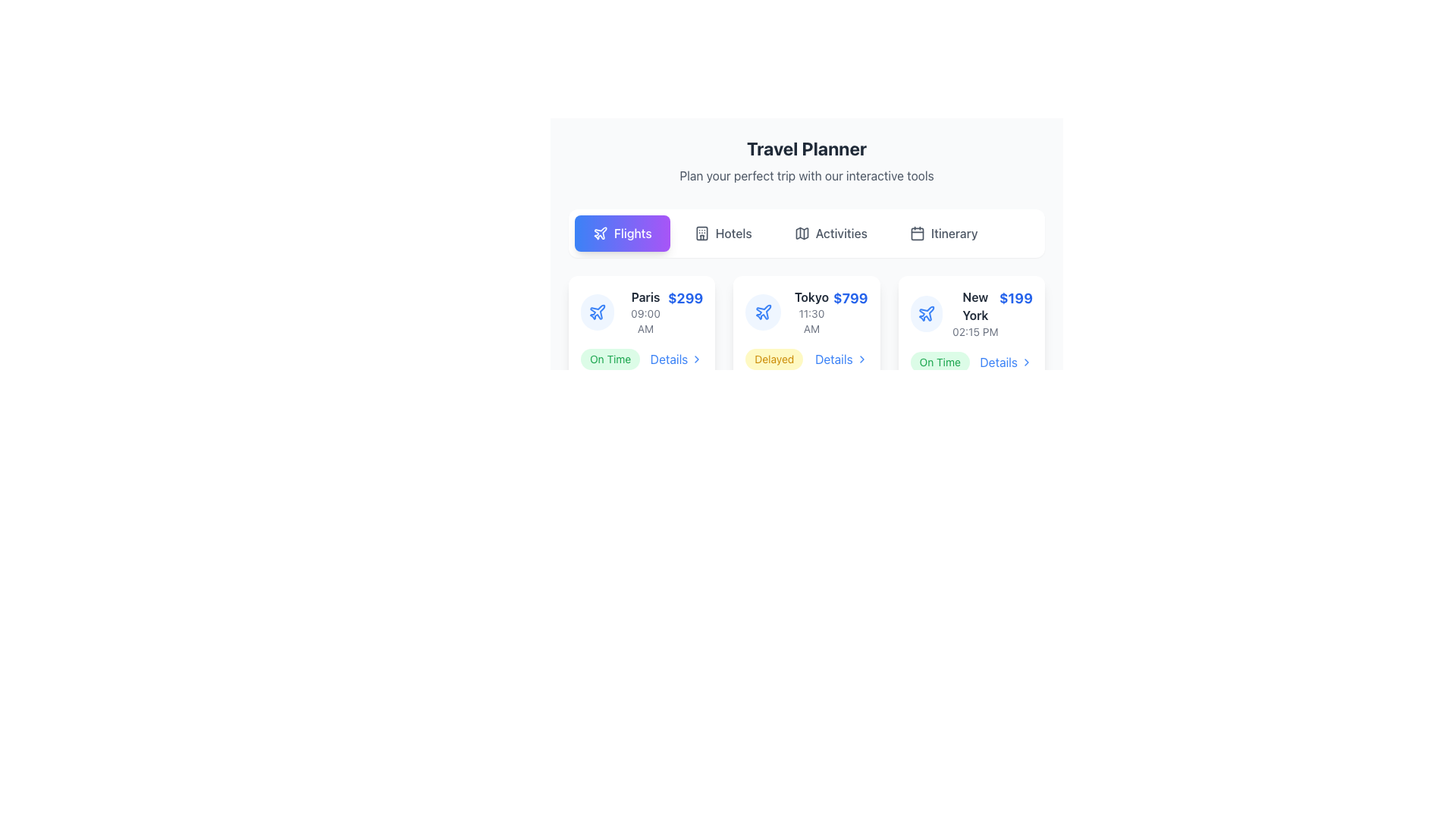 The height and width of the screenshot is (819, 1456). What do you see at coordinates (953, 234) in the screenshot?
I see `the text label in the navigation bar that indicates selecting it will lead` at bounding box center [953, 234].